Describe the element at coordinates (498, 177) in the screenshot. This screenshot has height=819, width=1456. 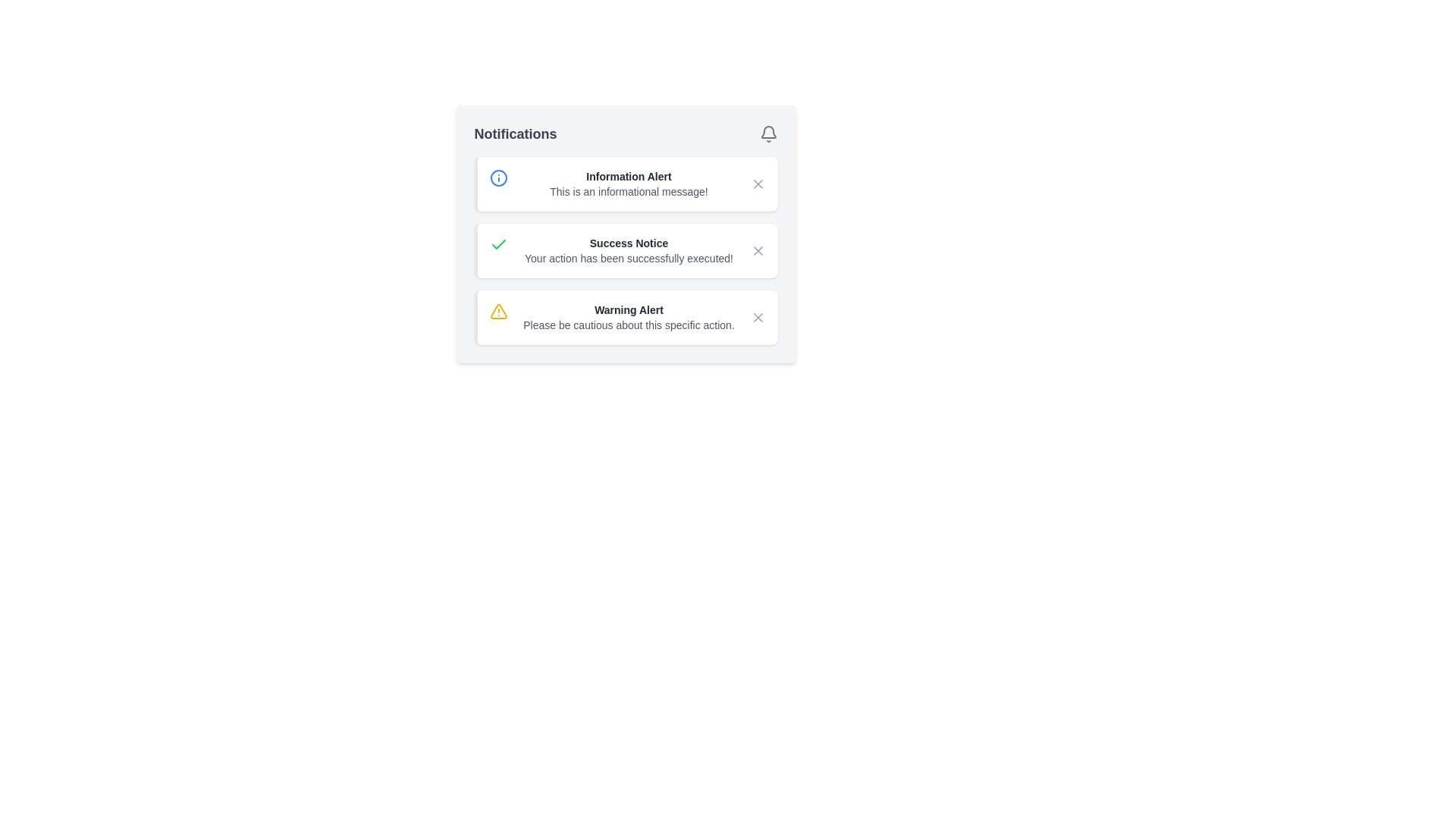
I see `the circular graphical element with a blue outline, which is part of the notifications list and located to the left of the 'Information Alert' text` at that location.